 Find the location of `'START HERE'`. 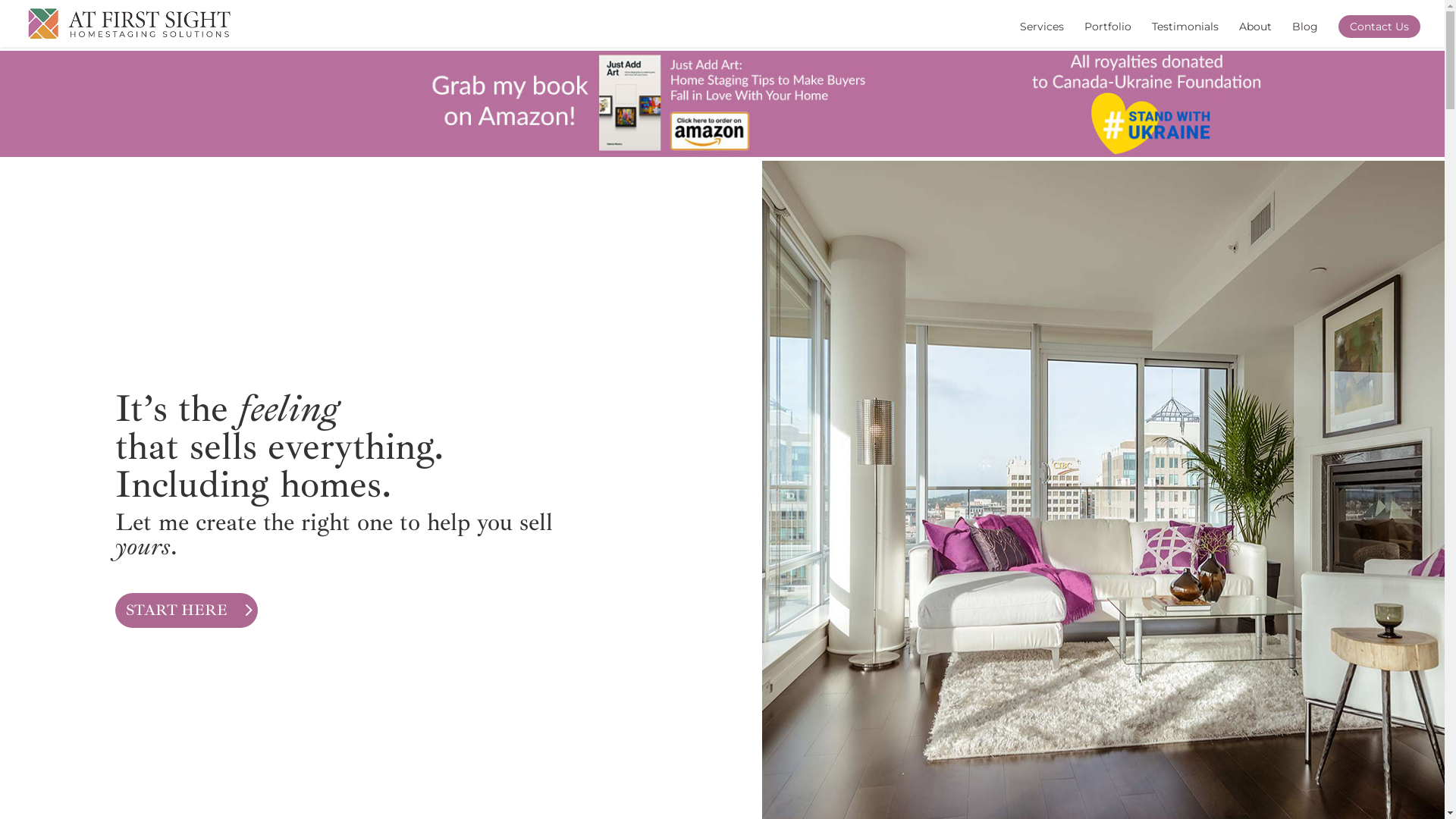

'START HERE' is located at coordinates (185, 610).